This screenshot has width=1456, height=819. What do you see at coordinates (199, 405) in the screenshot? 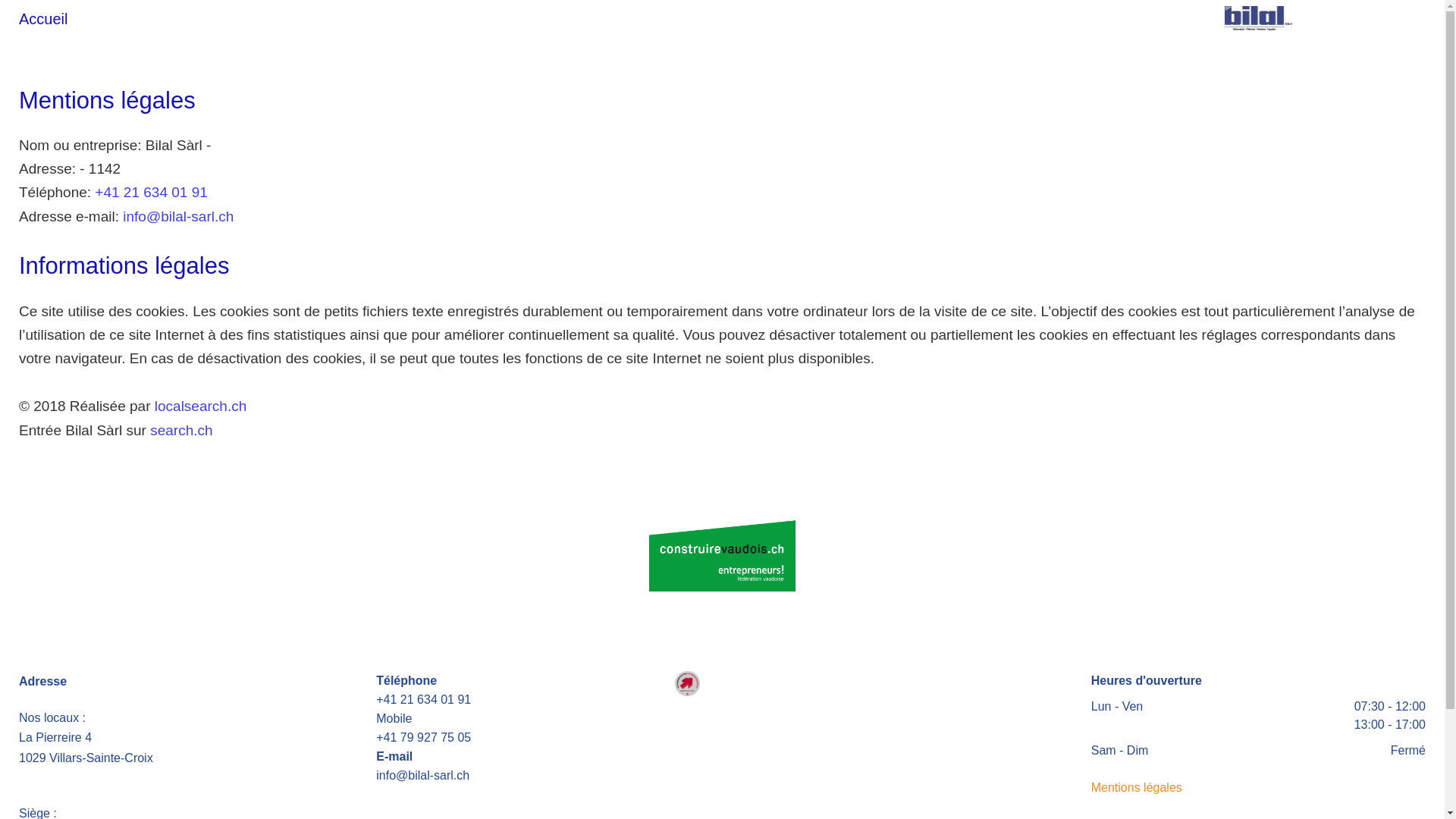
I see `'localsearch.ch'` at bounding box center [199, 405].